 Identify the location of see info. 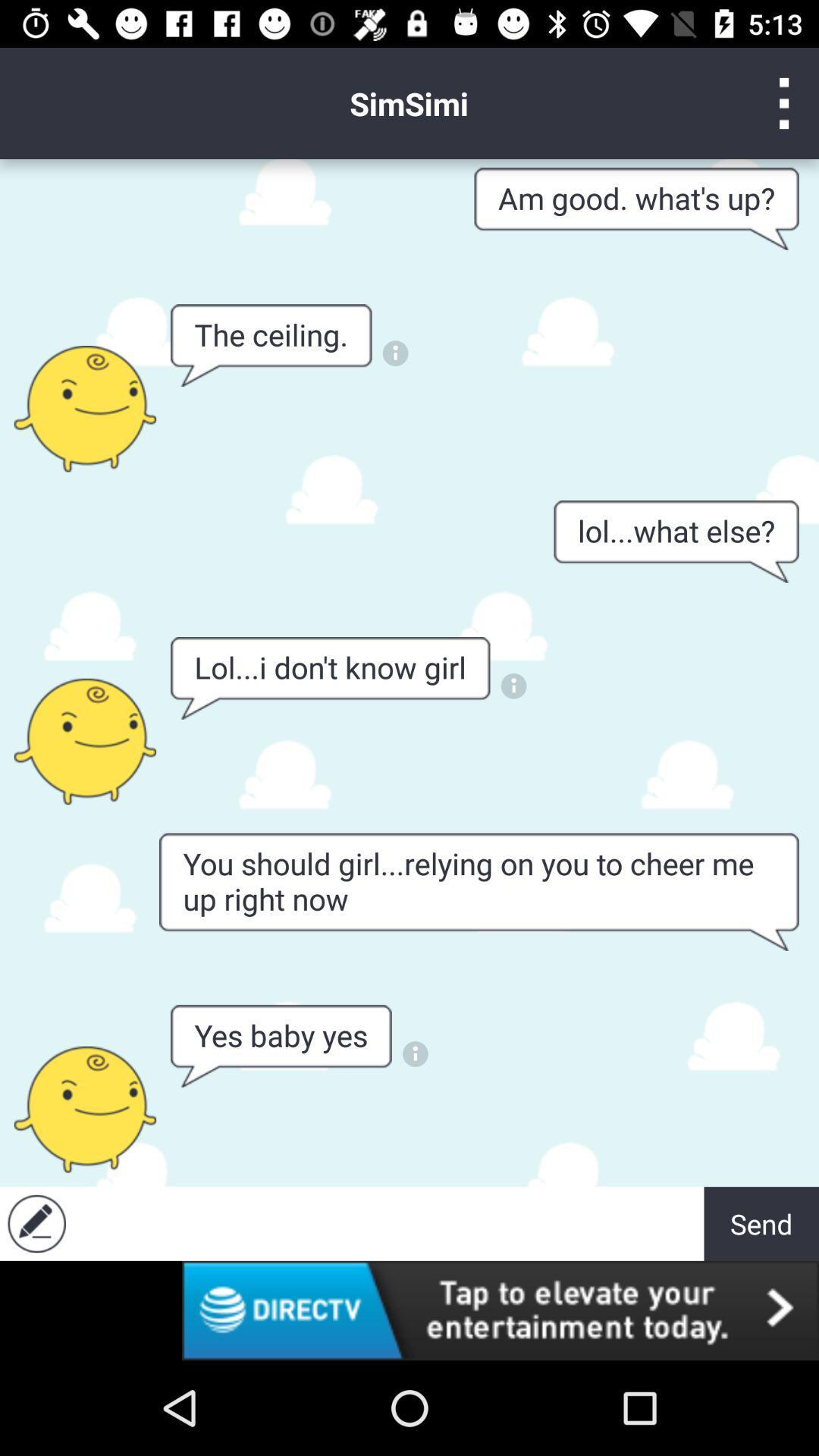
(415, 1053).